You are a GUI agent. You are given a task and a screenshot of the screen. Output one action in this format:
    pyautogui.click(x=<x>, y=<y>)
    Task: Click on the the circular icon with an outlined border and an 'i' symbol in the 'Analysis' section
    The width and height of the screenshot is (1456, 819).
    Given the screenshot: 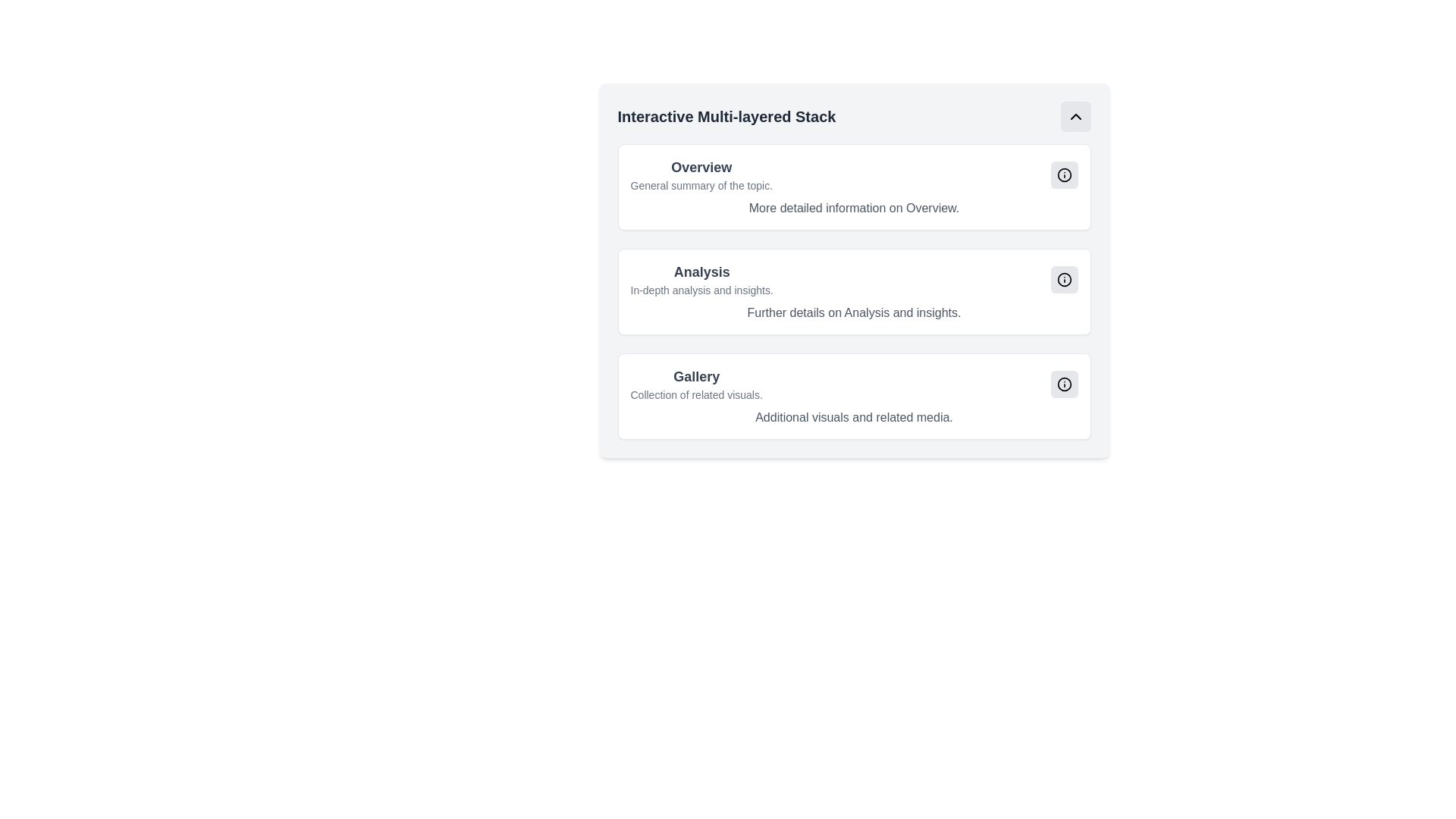 What is the action you would take?
    pyautogui.click(x=1063, y=280)
    